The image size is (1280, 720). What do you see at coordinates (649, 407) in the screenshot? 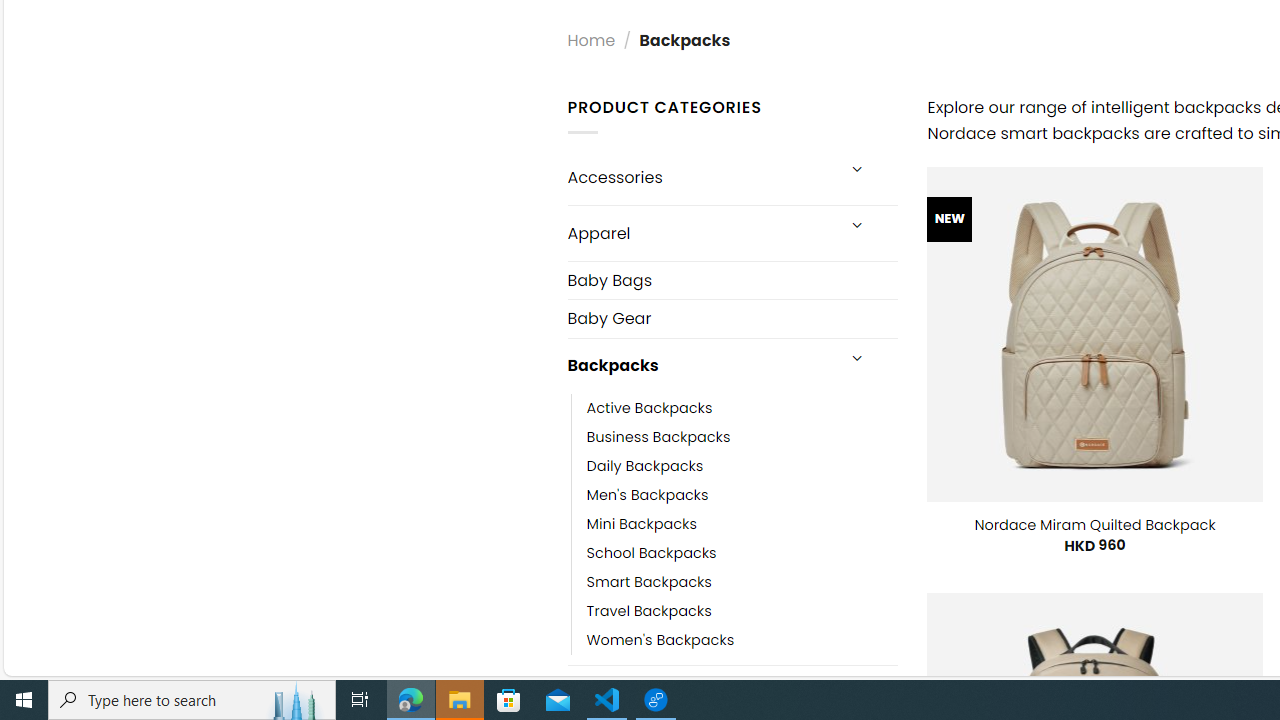
I see `'Active Backpacks'` at bounding box center [649, 407].